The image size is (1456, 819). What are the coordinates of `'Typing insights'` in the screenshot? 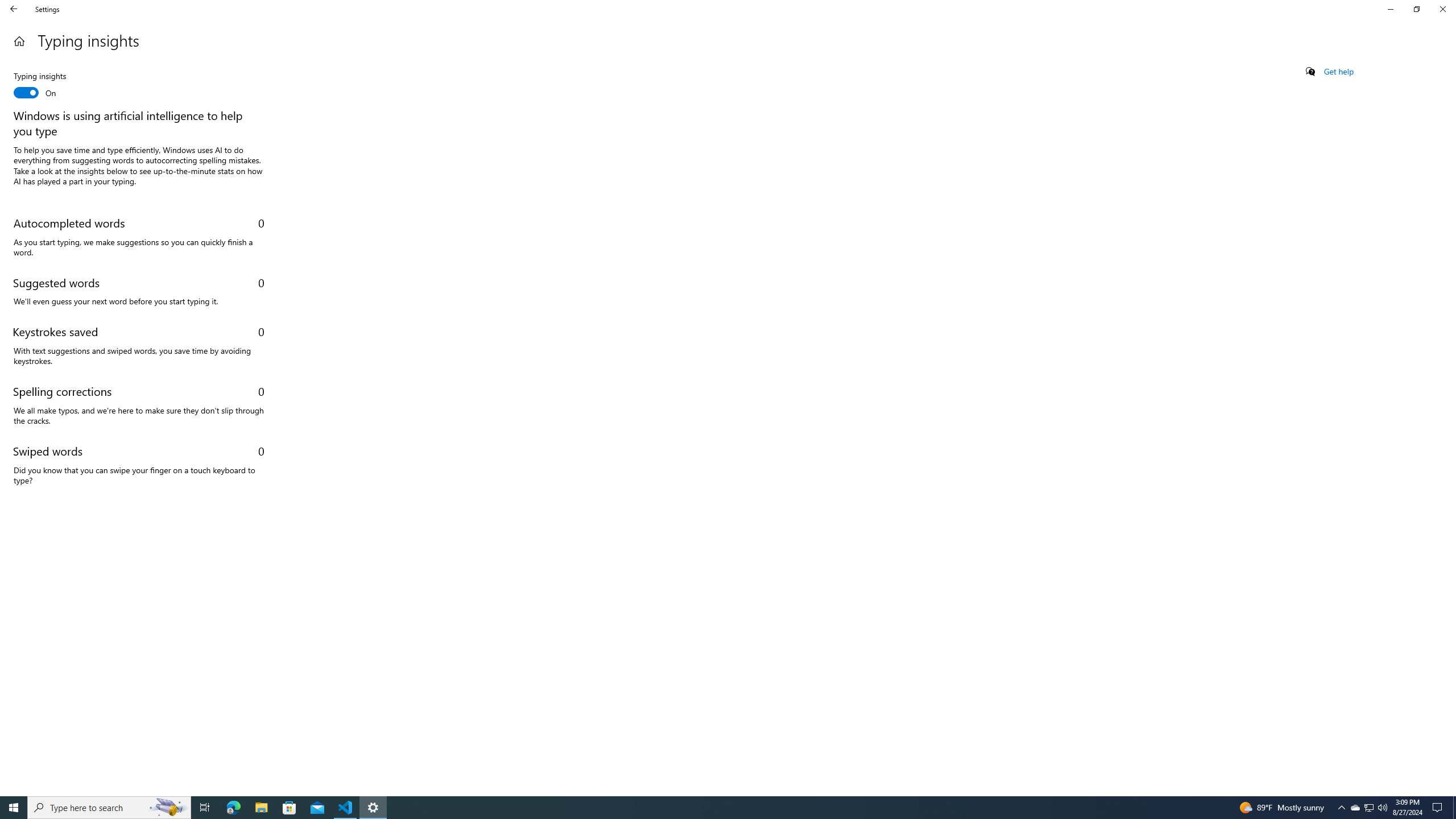 It's located at (55, 85).